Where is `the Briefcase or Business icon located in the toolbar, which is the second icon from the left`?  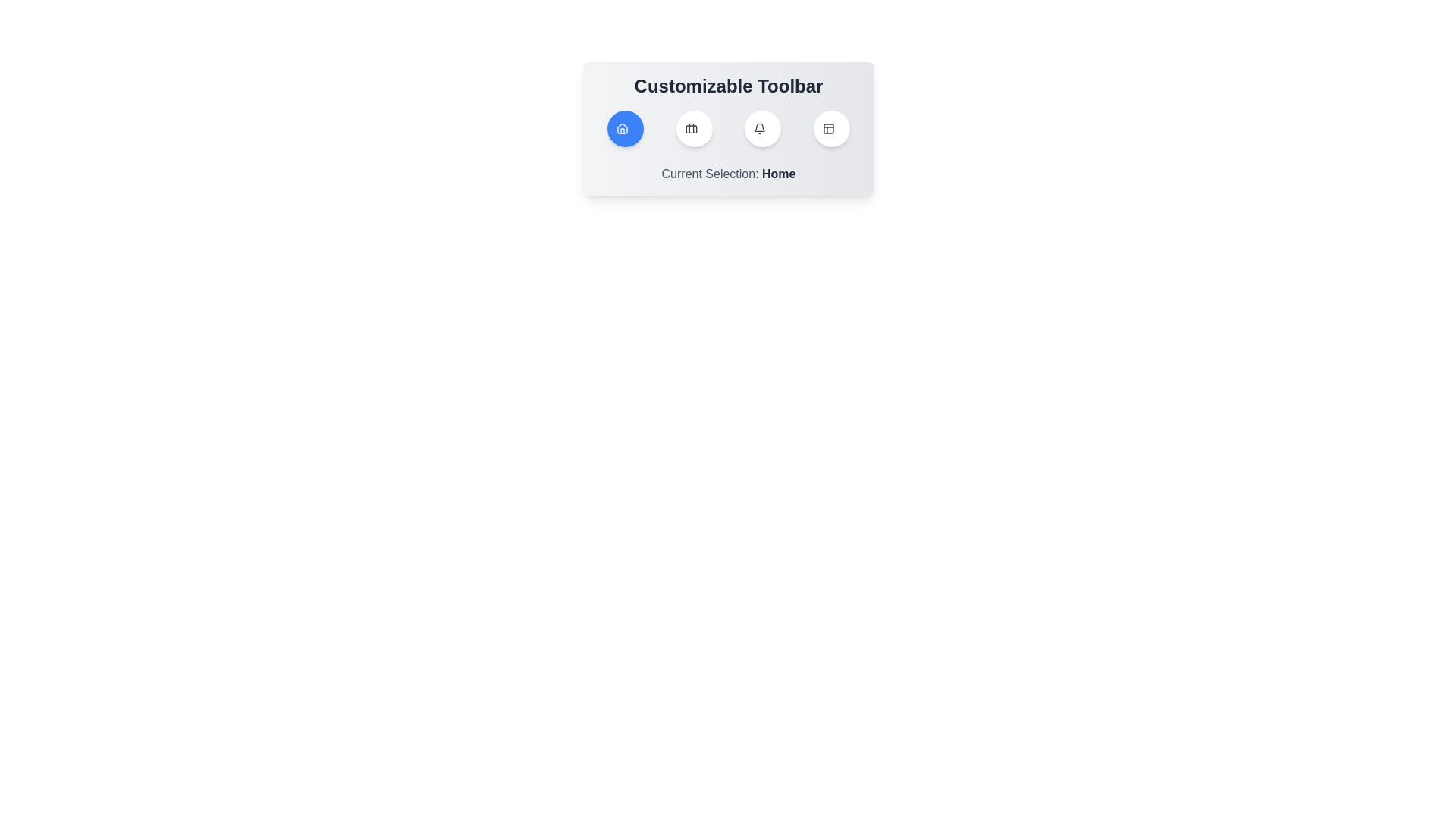 the Briefcase or Business icon located in the toolbar, which is the second icon from the left is located at coordinates (690, 127).